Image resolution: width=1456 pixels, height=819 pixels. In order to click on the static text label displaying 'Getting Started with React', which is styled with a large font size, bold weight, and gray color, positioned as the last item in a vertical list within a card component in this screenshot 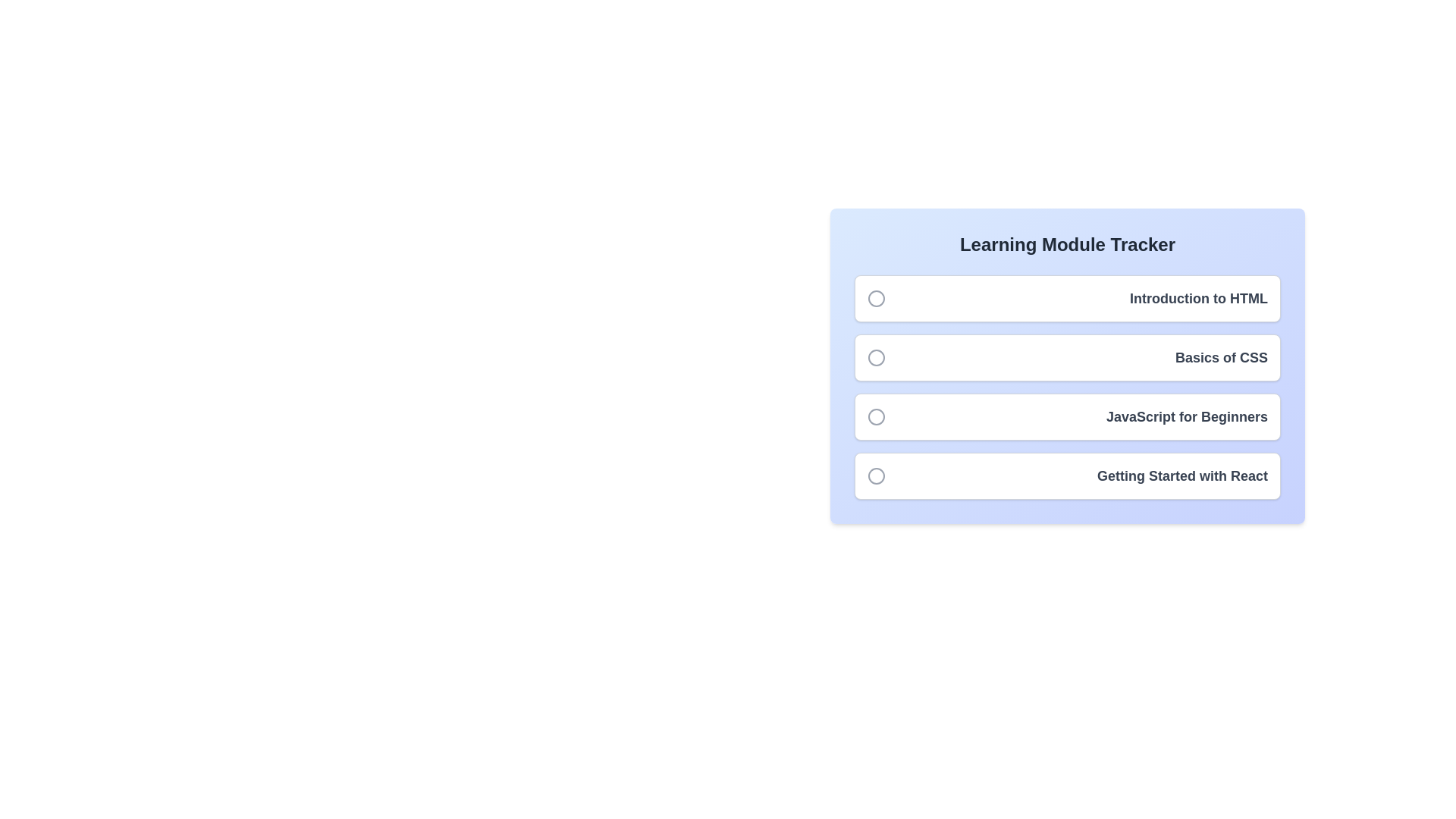, I will do `click(1181, 475)`.